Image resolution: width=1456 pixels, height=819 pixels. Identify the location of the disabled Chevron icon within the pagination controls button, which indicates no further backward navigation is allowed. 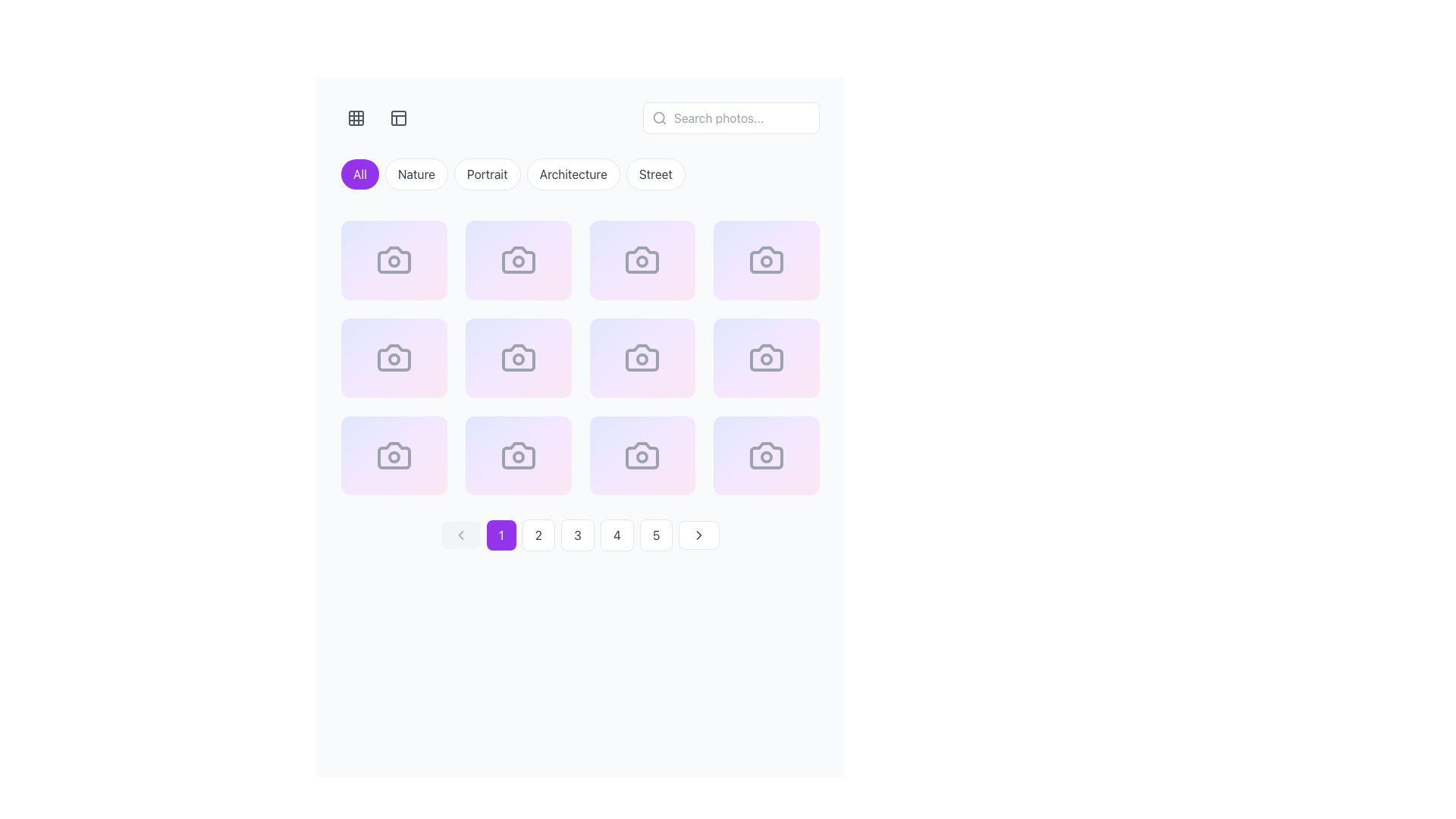
(460, 535).